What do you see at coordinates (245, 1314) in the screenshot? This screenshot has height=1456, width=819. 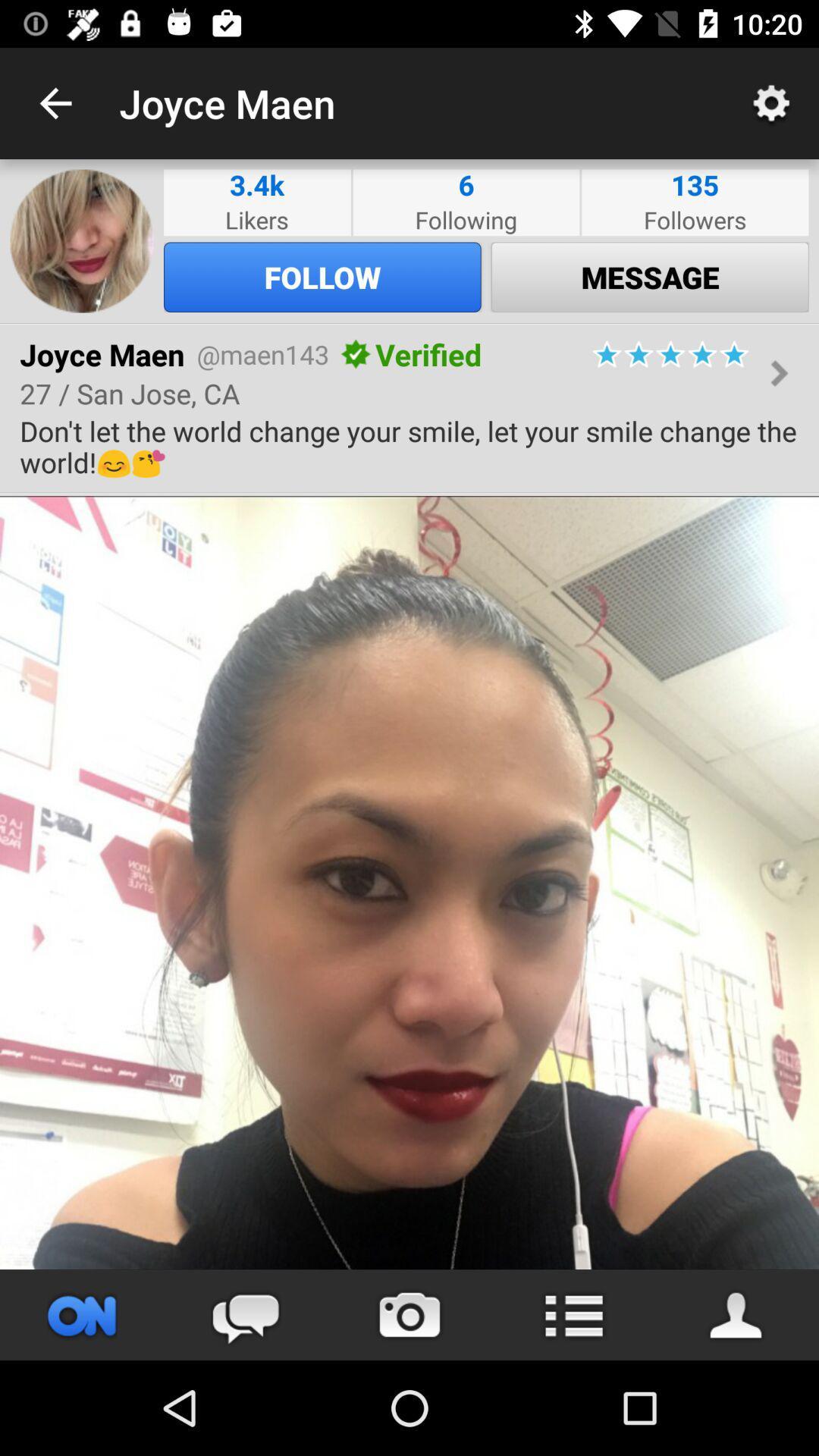 I see `open comments` at bounding box center [245, 1314].